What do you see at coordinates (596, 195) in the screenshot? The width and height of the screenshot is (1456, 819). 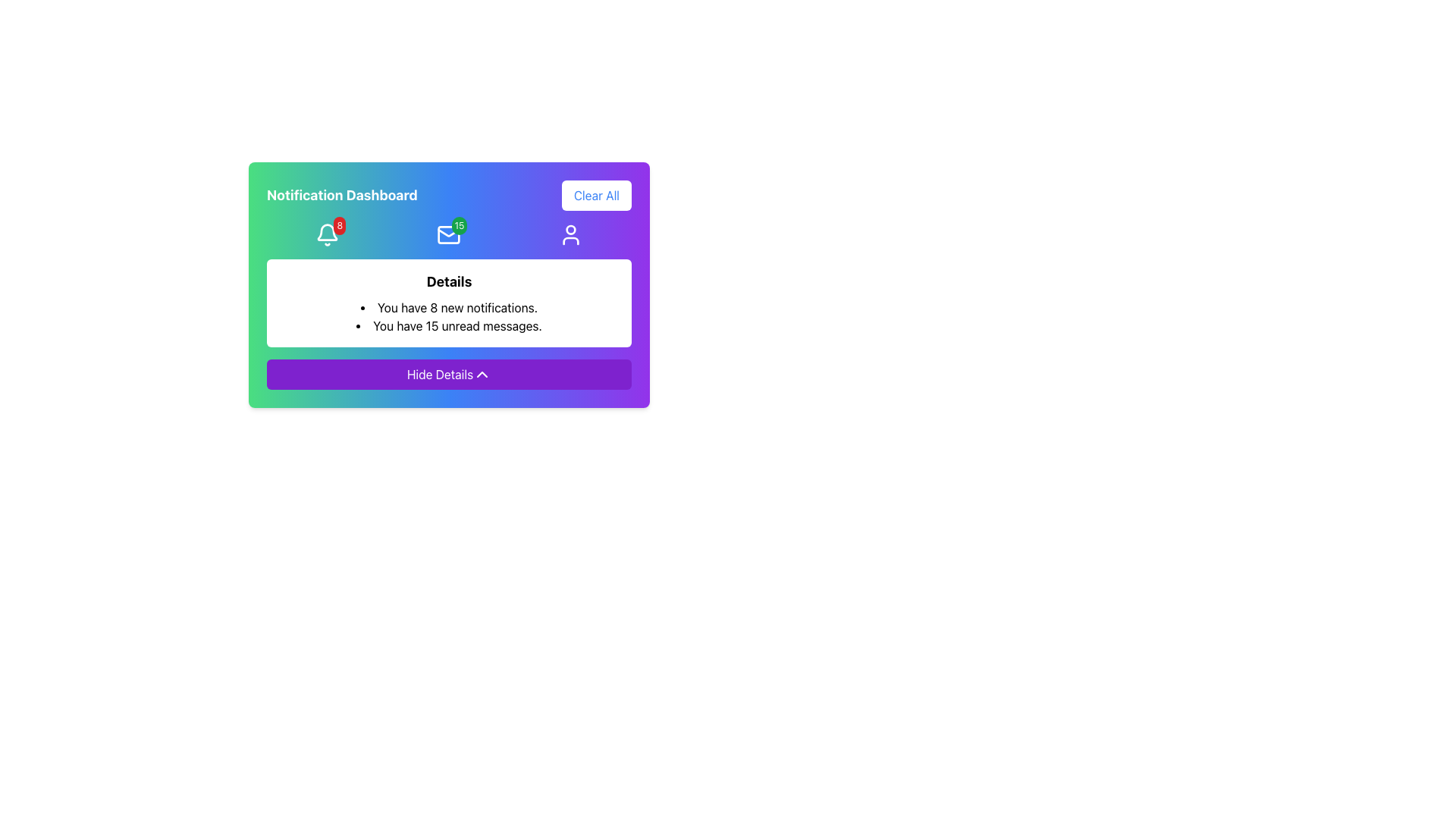 I see `the 'Clear All' button located at the far-right corner of the header bar to clear notifications` at bounding box center [596, 195].